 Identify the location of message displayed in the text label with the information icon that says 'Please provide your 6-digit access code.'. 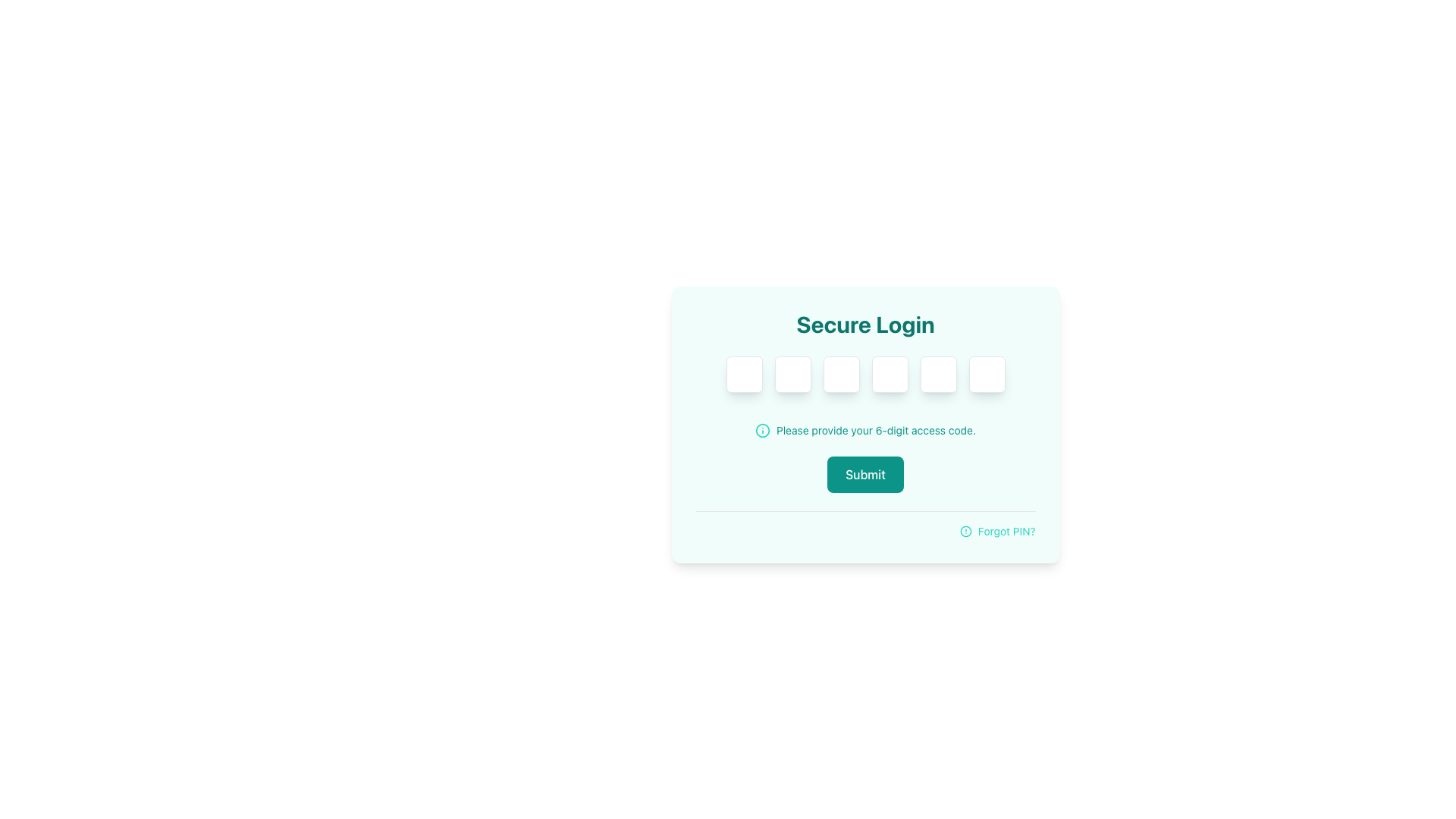
(865, 430).